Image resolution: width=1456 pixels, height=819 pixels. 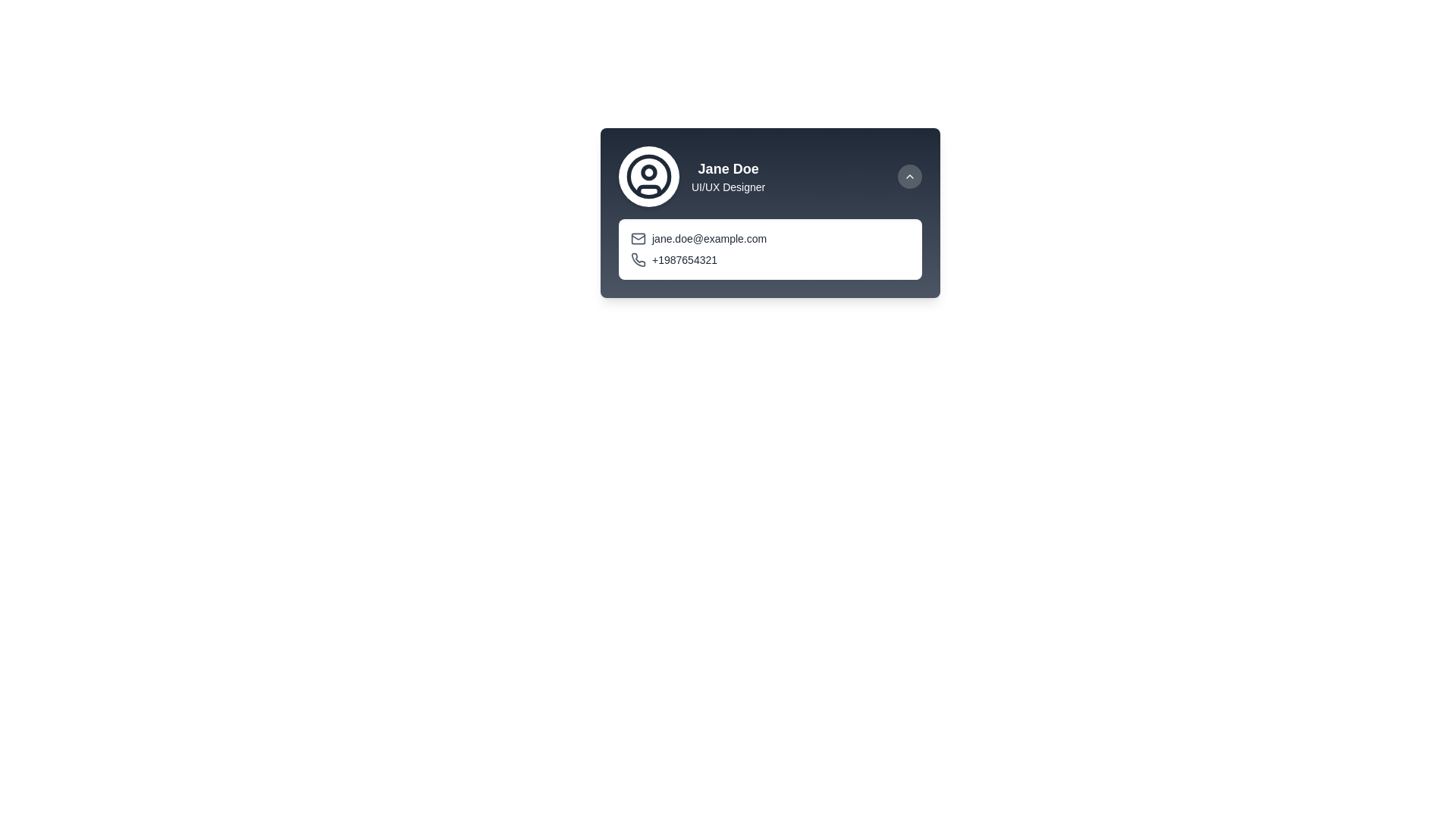 I want to click on the static text block displaying the user's name and designation, located in the top right section of the card interface, directly to the right of the user profile icon, so click(x=728, y=175).